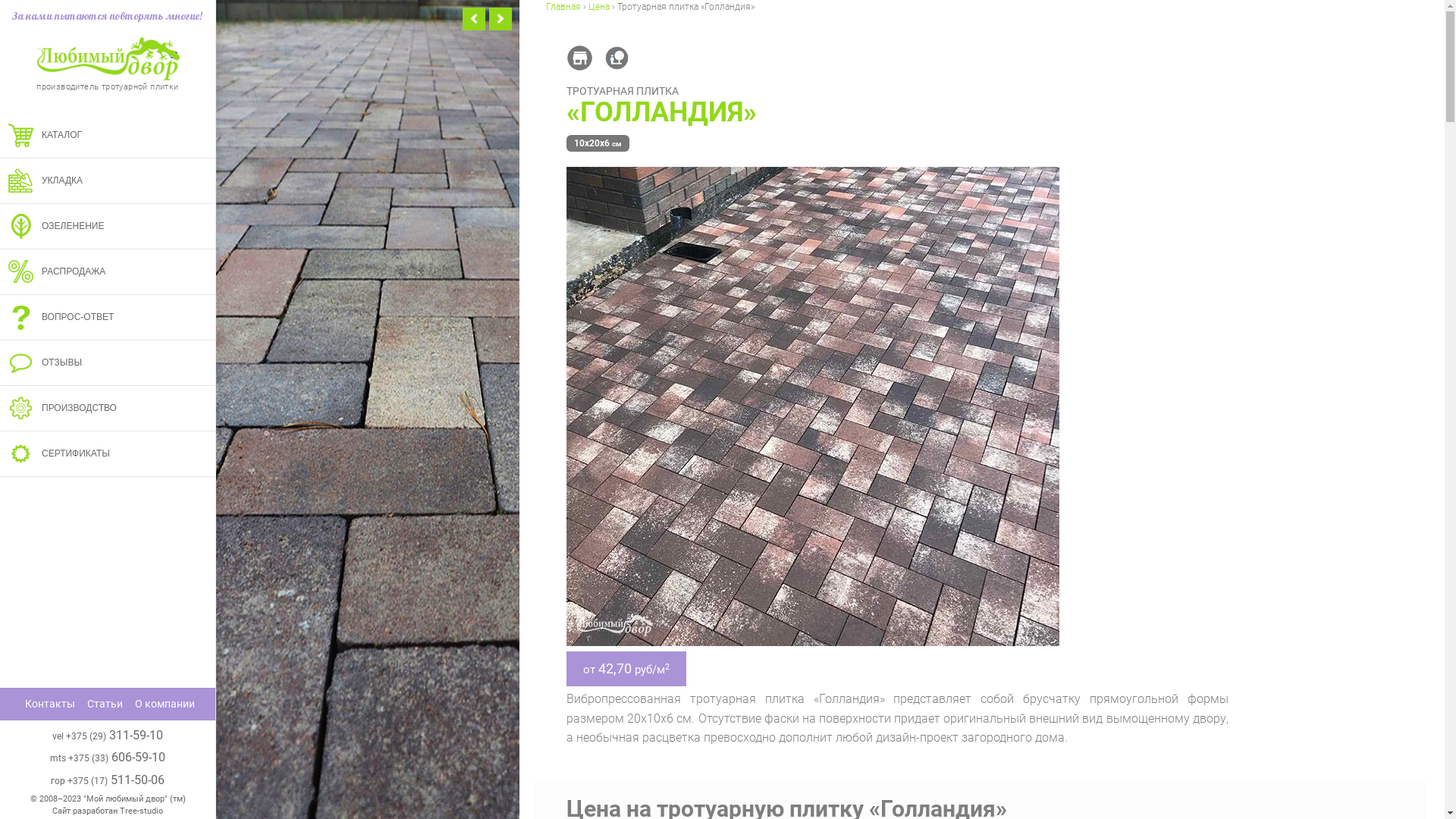 The height and width of the screenshot is (819, 1456). I want to click on 'vel +375 (29) 311-59-10', so click(107, 734).